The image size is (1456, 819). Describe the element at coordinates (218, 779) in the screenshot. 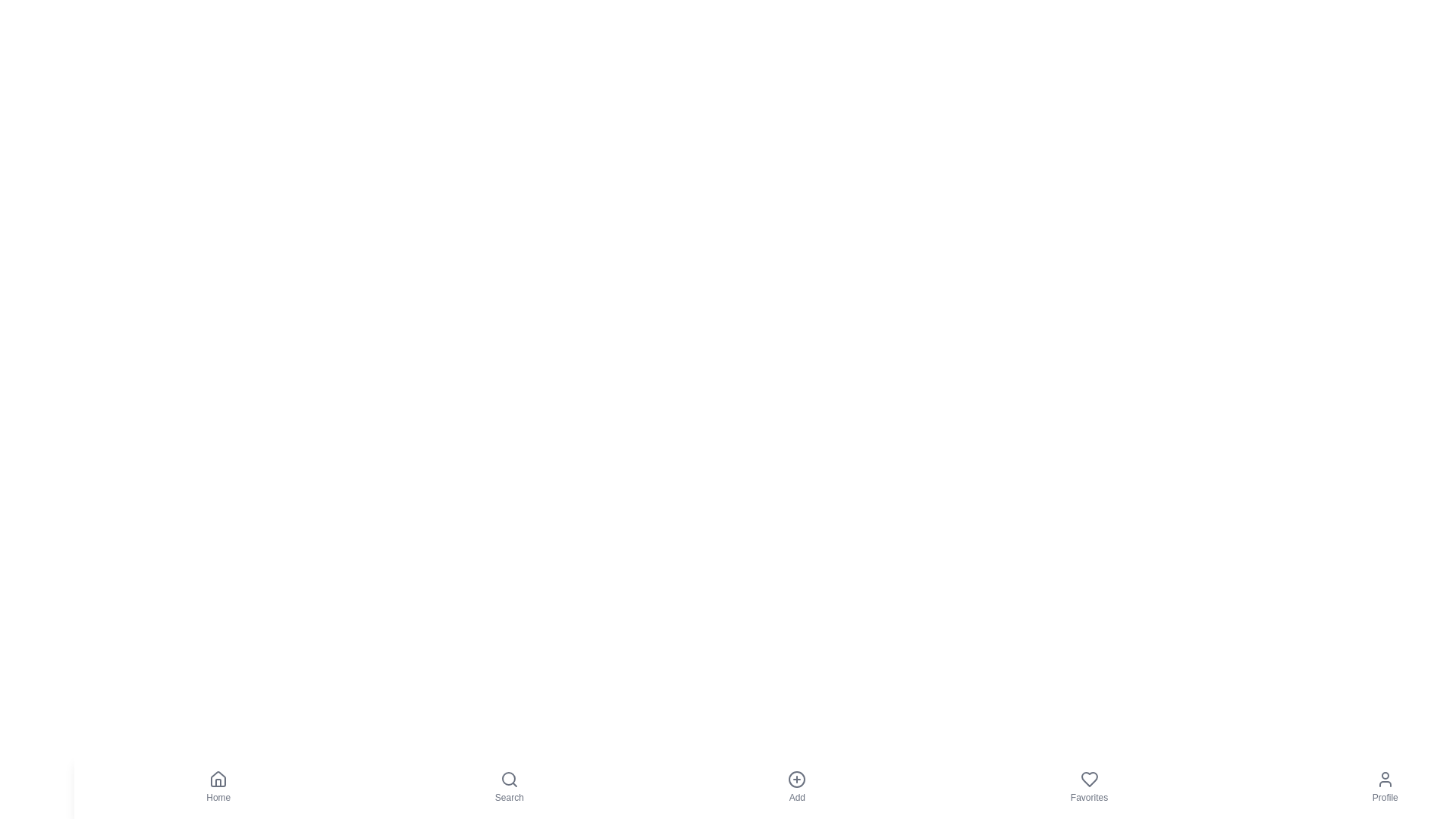

I see `the primary body of the house icon located in the bottom navigation bar, which is the left-most icon among the navigation icons` at that location.